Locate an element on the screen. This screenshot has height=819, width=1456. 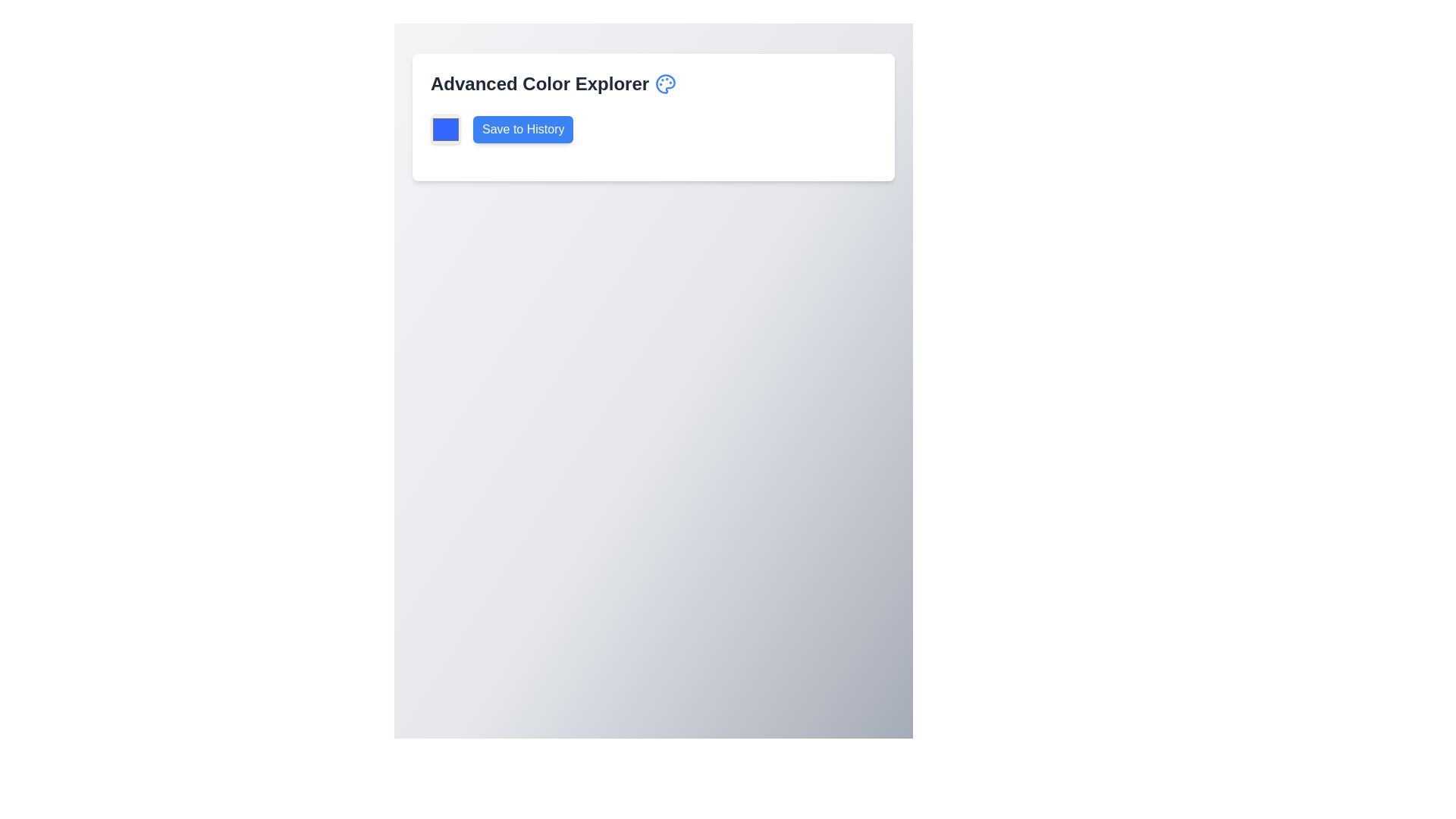
the blue button labeled 'Save to History' is located at coordinates (523, 128).